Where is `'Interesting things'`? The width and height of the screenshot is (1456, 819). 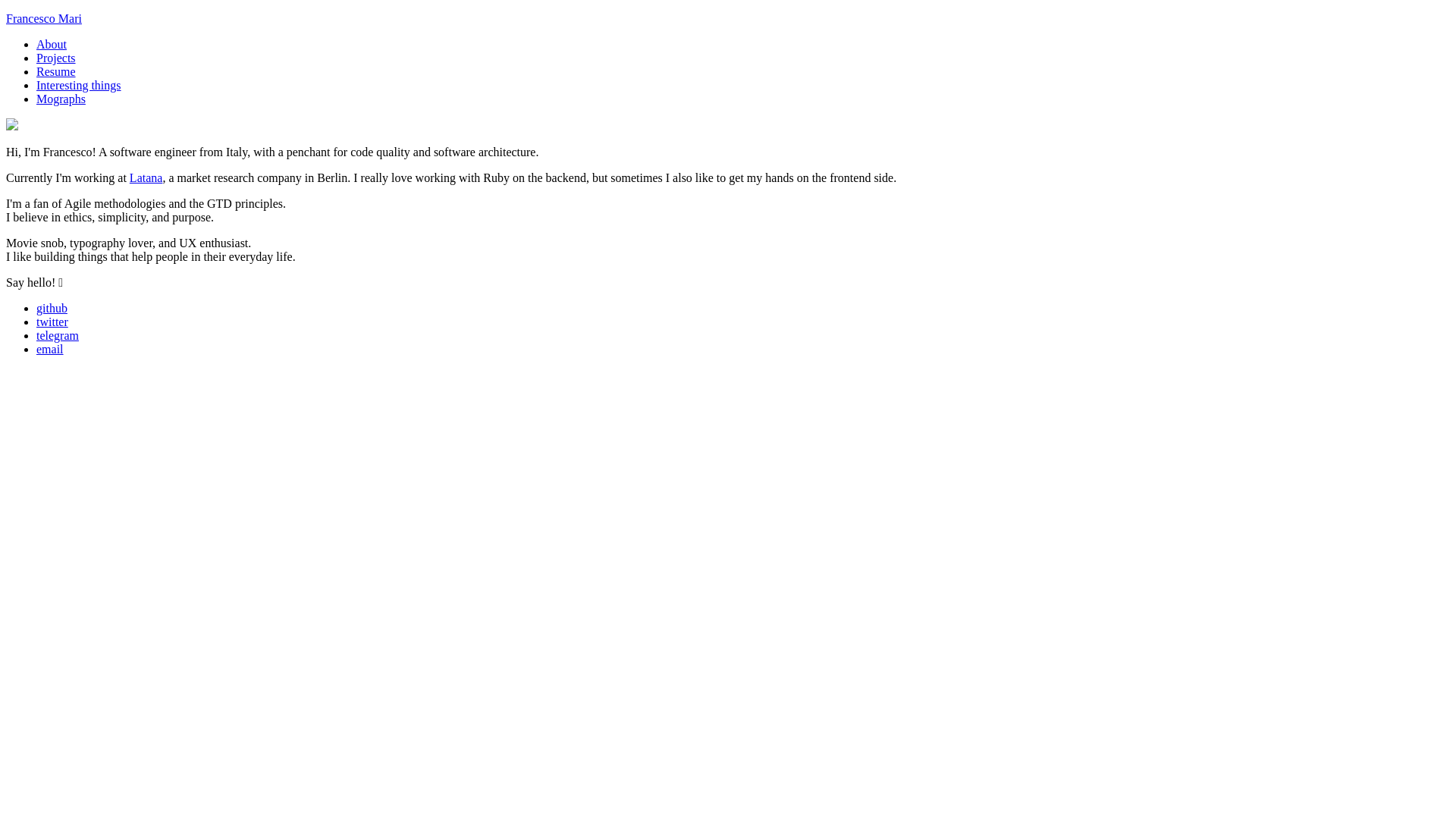 'Interesting things' is located at coordinates (78, 85).